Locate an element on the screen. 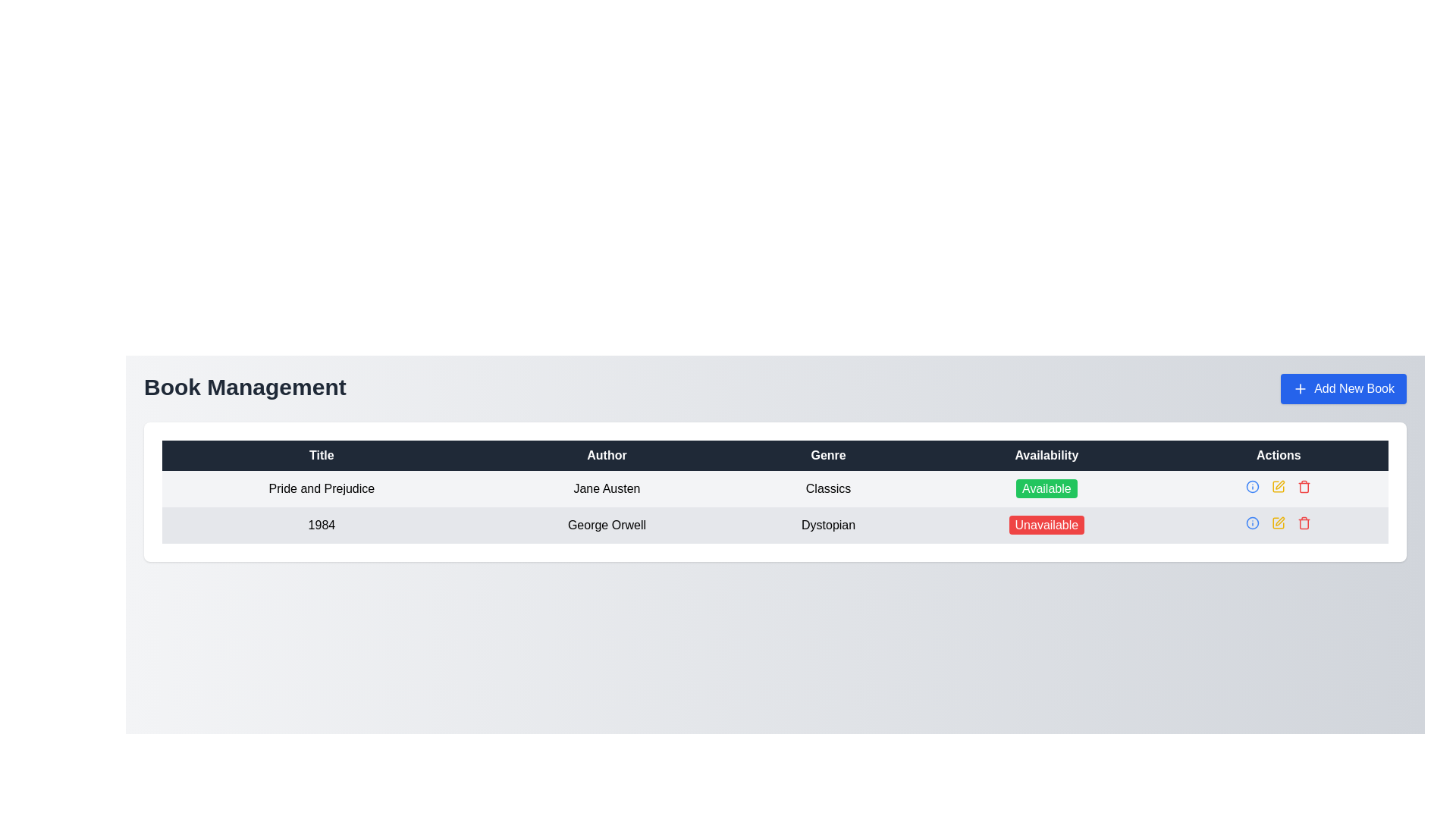 The width and height of the screenshot is (1456, 819). the 'Availability' header in the table which indicates the availability status of items listed below is located at coordinates (1046, 455).